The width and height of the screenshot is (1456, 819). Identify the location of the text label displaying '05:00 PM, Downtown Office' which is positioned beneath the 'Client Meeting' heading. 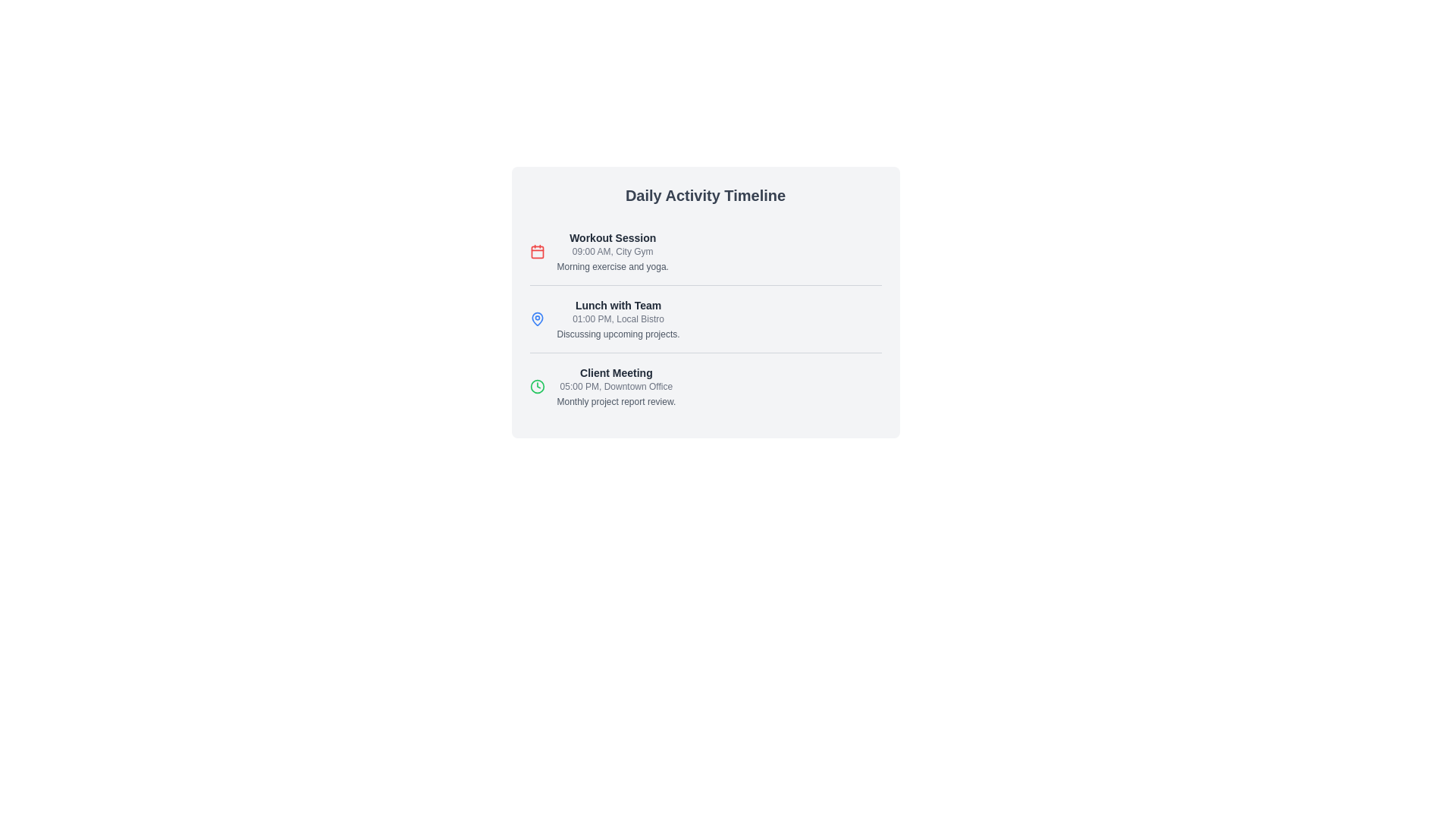
(616, 385).